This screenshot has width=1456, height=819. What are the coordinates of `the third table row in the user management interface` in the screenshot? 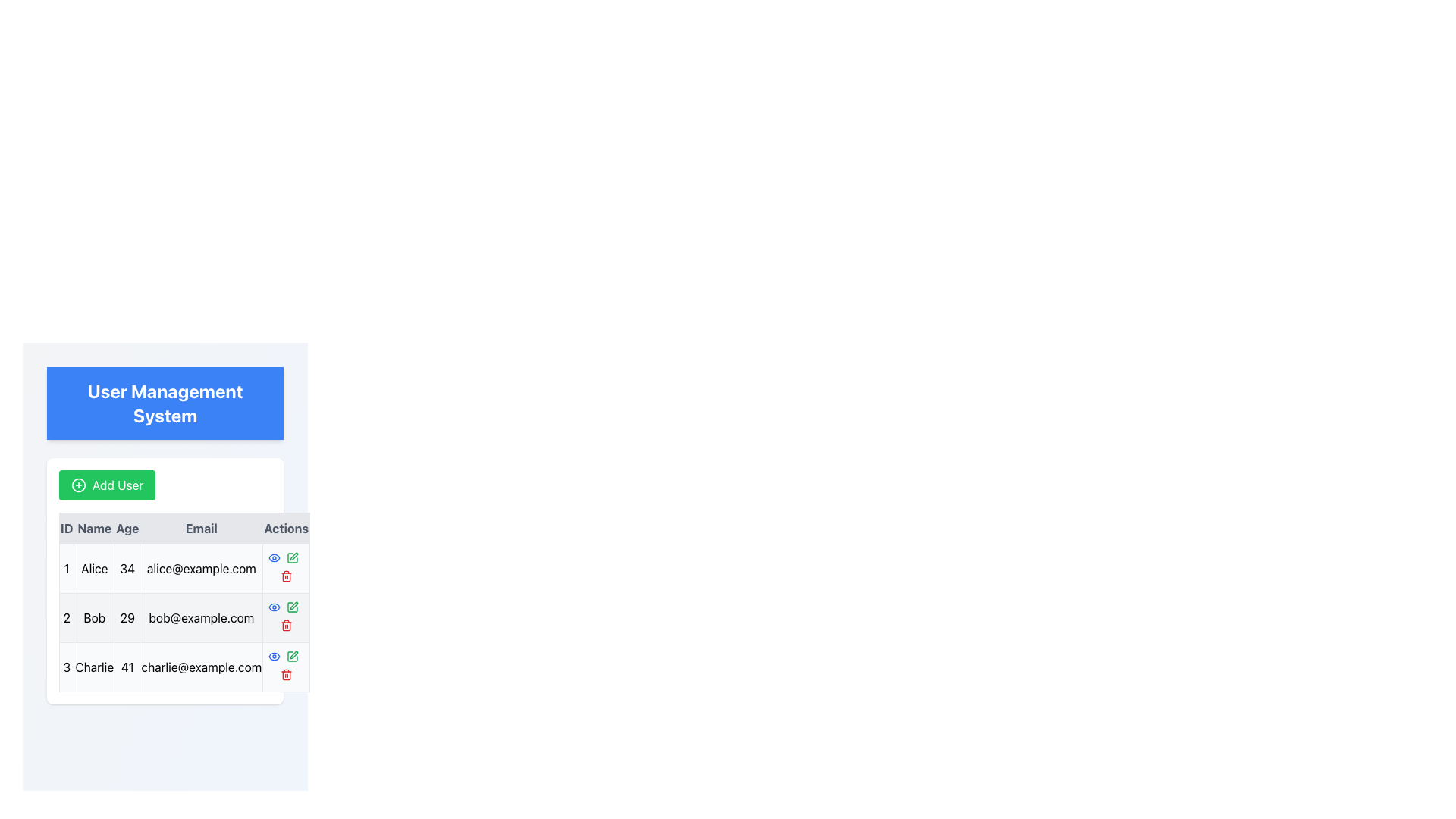 It's located at (184, 666).